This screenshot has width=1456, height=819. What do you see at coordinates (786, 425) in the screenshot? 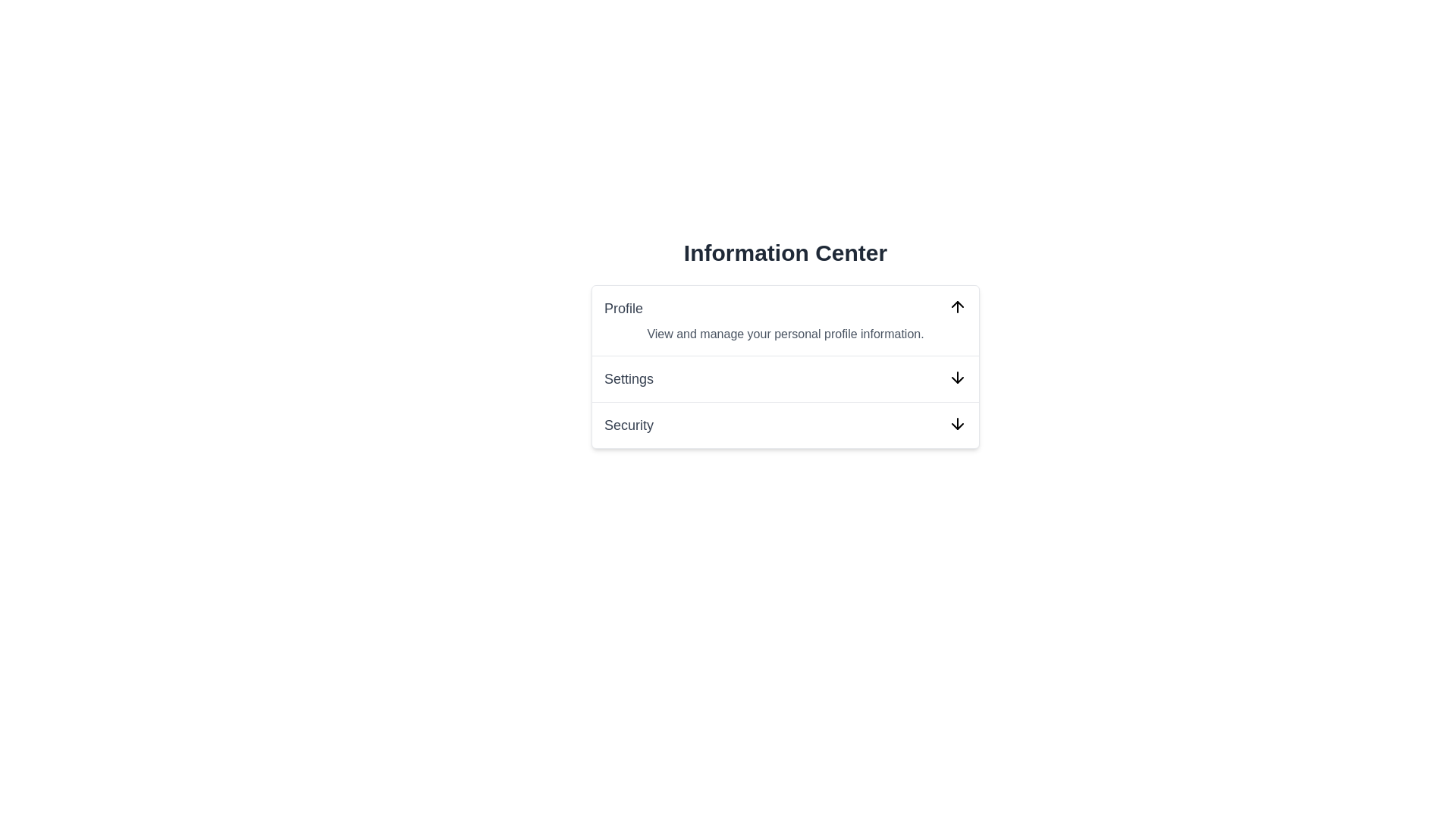
I see `the dropdown trigger button for accessing or modifying security-related settings located in the 'Information Center' card` at bounding box center [786, 425].